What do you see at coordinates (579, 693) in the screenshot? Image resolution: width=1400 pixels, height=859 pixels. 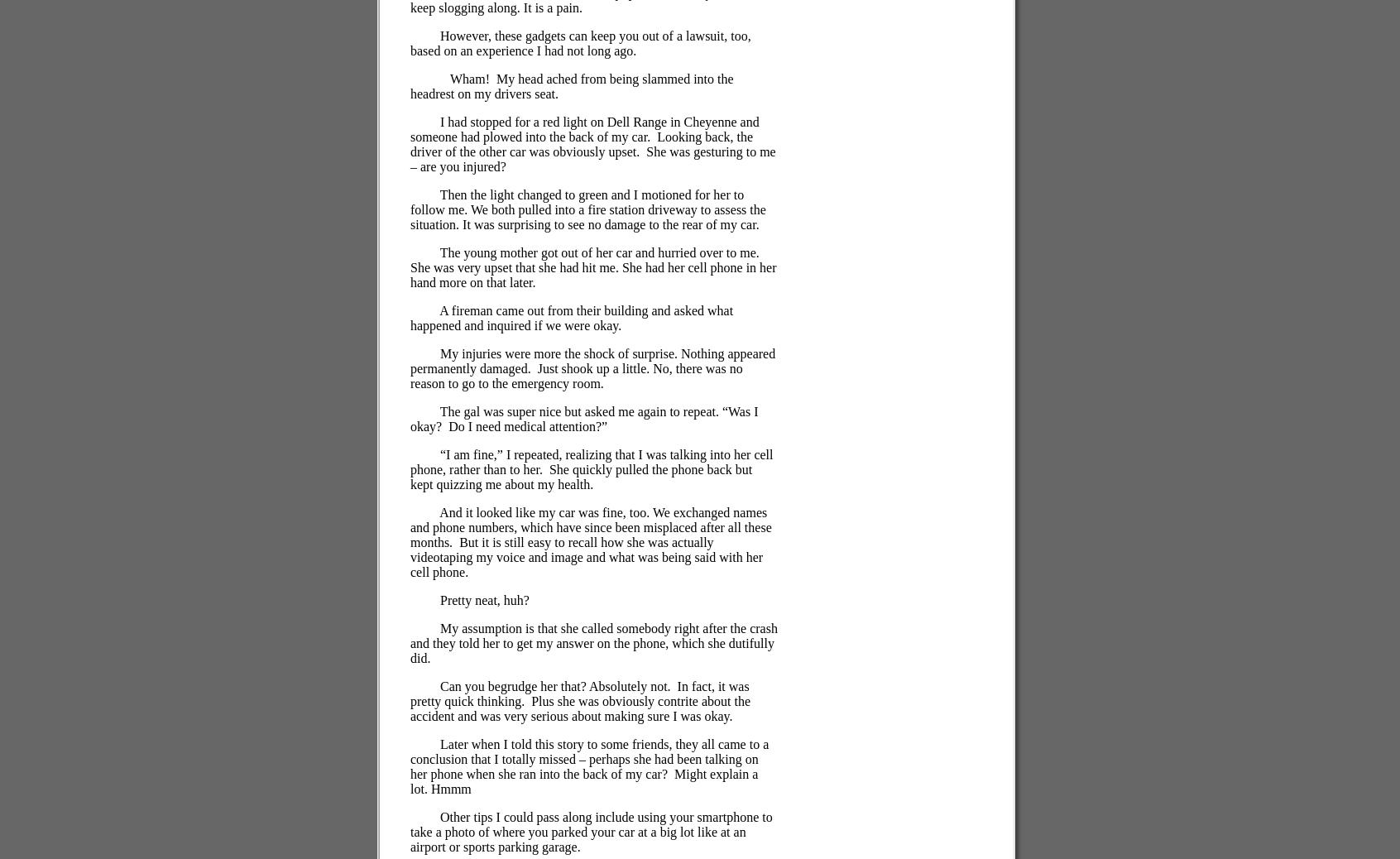 I see `'In
fact, it was pretty quick thinking.'` at bounding box center [579, 693].